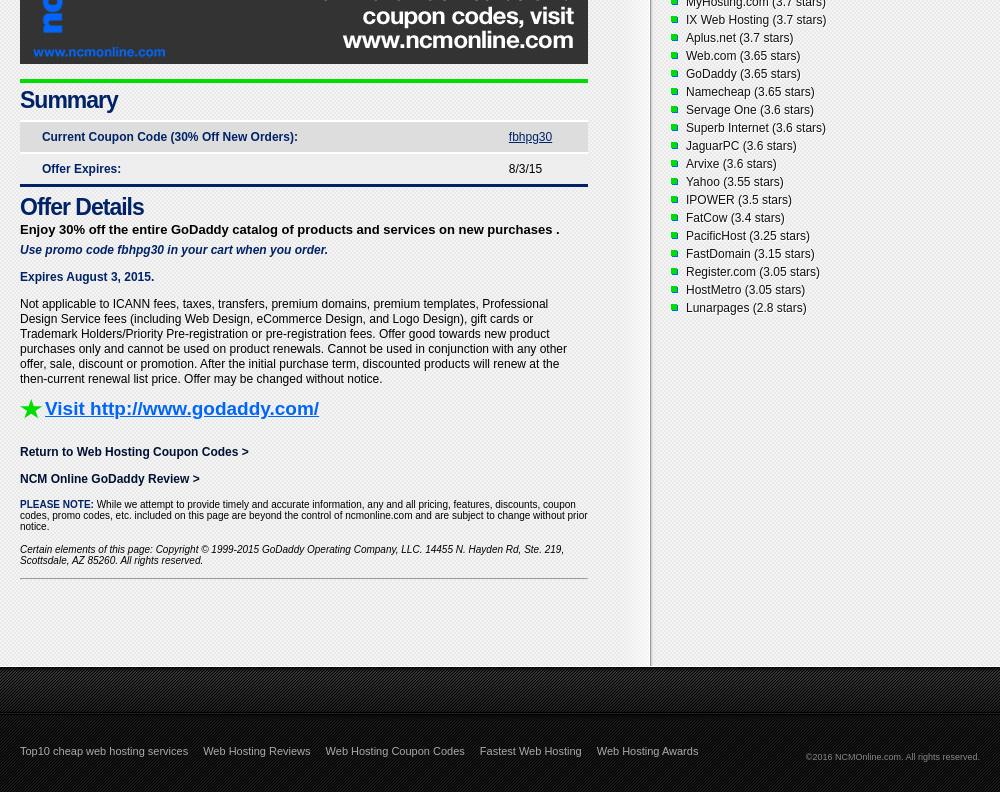  What do you see at coordinates (756, 126) in the screenshot?
I see `'Superb Internet (3.6 stars)'` at bounding box center [756, 126].